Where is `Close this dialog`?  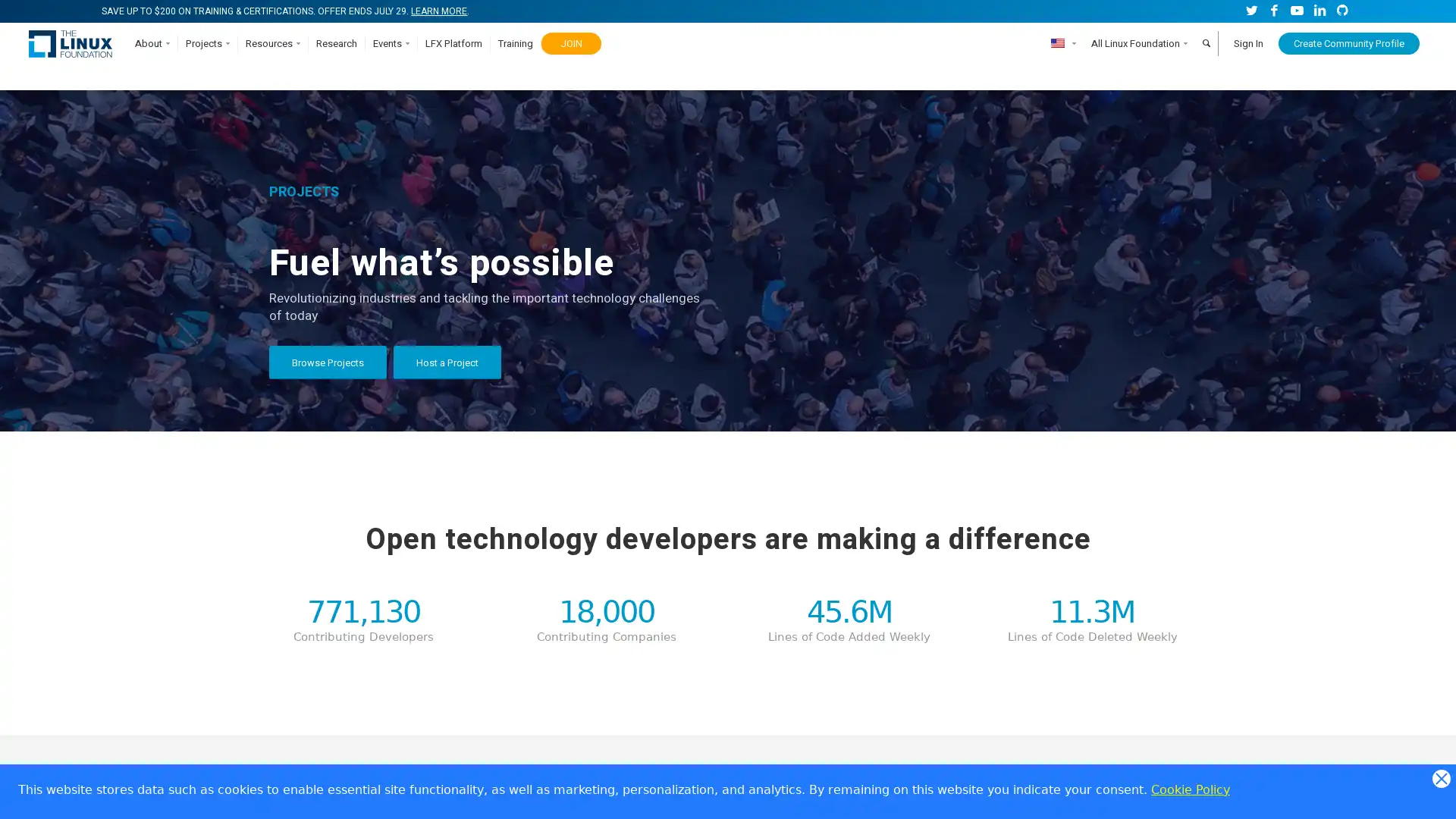 Close this dialog is located at coordinates (1440, 778).